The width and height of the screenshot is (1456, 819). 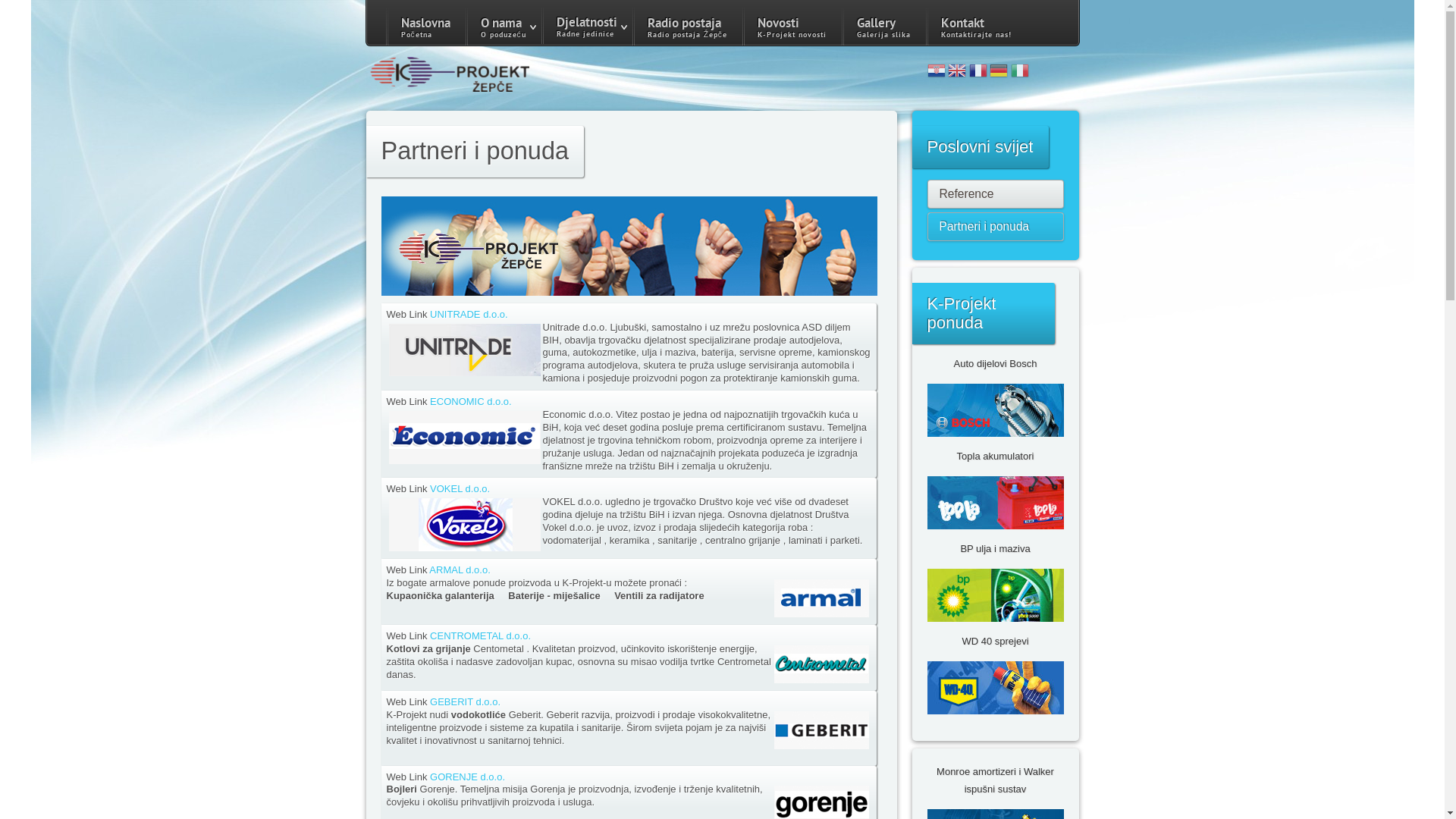 What do you see at coordinates (468, 313) in the screenshot?
I see `'UNITRADE d.o.o.'` at bounding box center [468, 313].